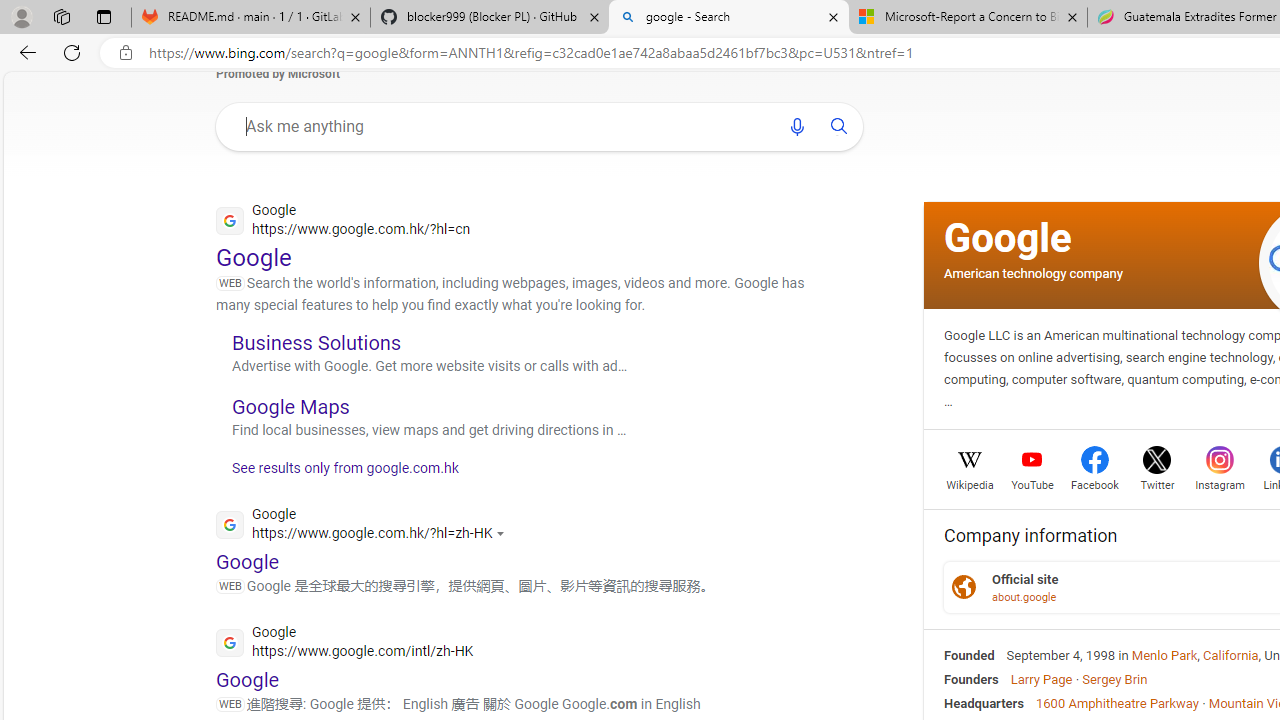  Describe the element at coordinates (1008, 236) in the screenshot. I see `'Google'` at that location.